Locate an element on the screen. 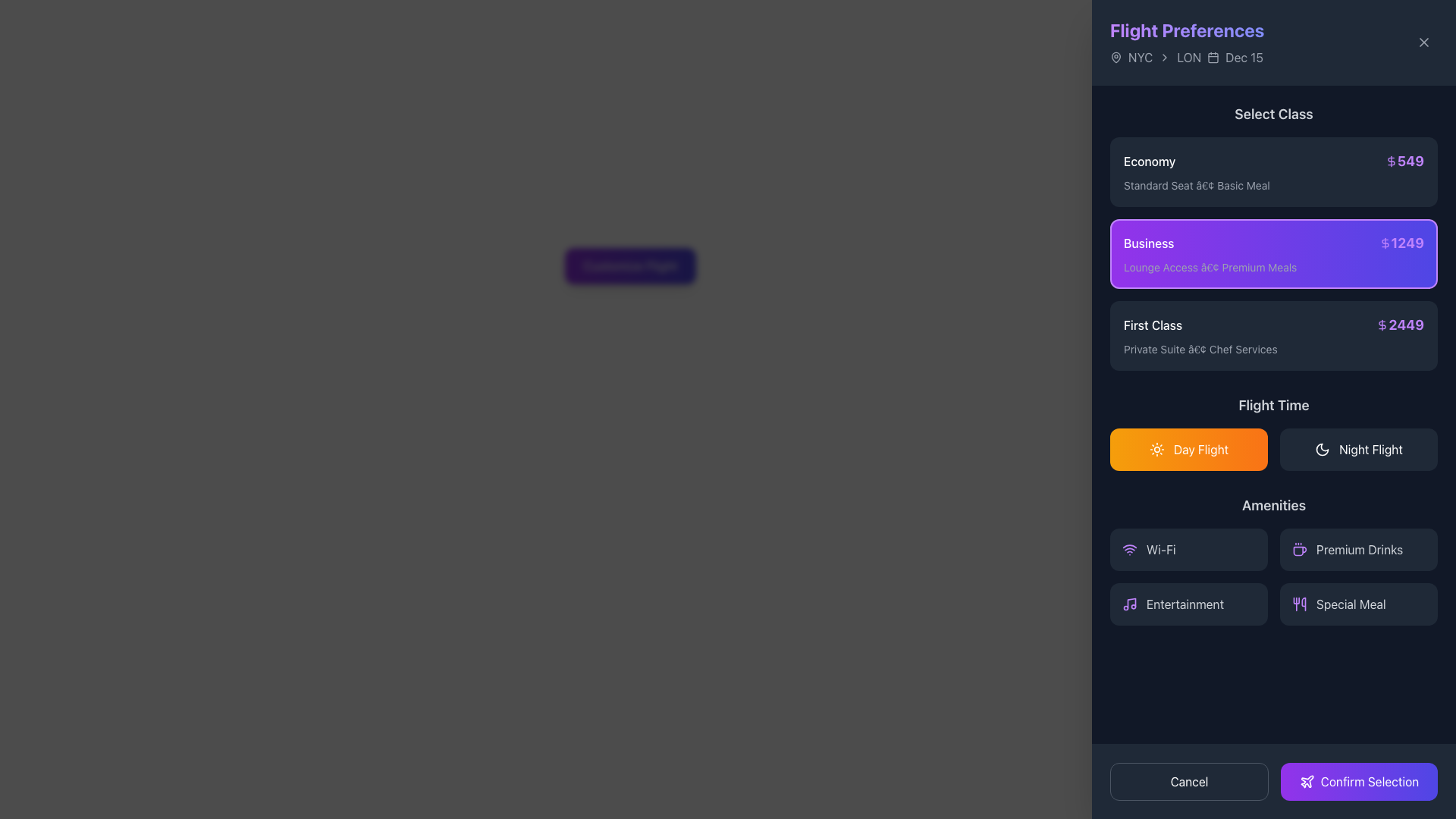  text of the 'Premium Drinks' label, which is styled in light gray against a dark background and positioned in the bottom-right quadrant of the 'Amenities' section is located at coordinates (1360, 550).